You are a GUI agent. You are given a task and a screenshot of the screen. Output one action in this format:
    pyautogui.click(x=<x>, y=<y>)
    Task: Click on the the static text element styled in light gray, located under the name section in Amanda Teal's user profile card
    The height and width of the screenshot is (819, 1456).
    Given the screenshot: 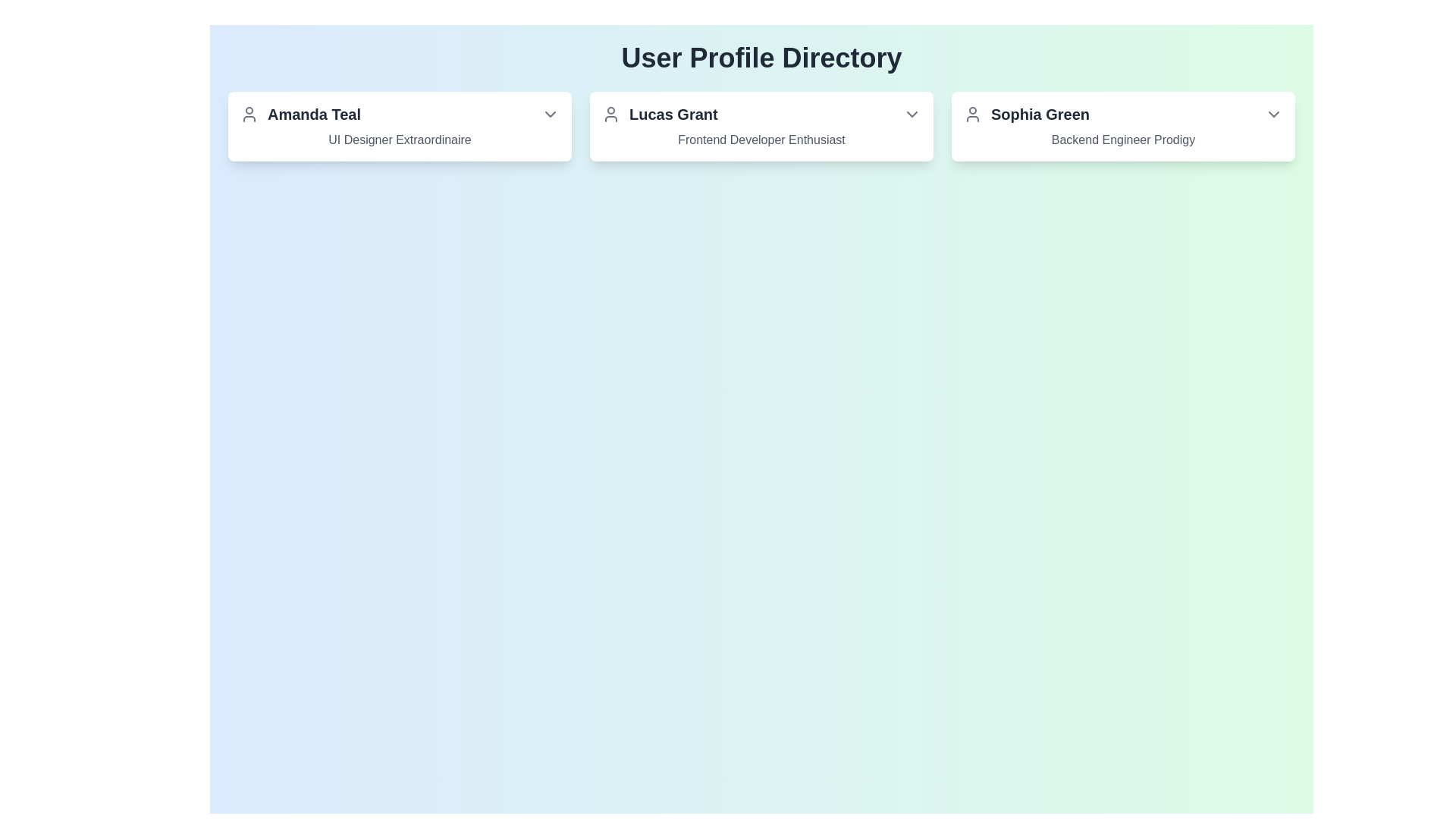 What is the action you would take?
    pyautogui.click(x=400, y=140)
    